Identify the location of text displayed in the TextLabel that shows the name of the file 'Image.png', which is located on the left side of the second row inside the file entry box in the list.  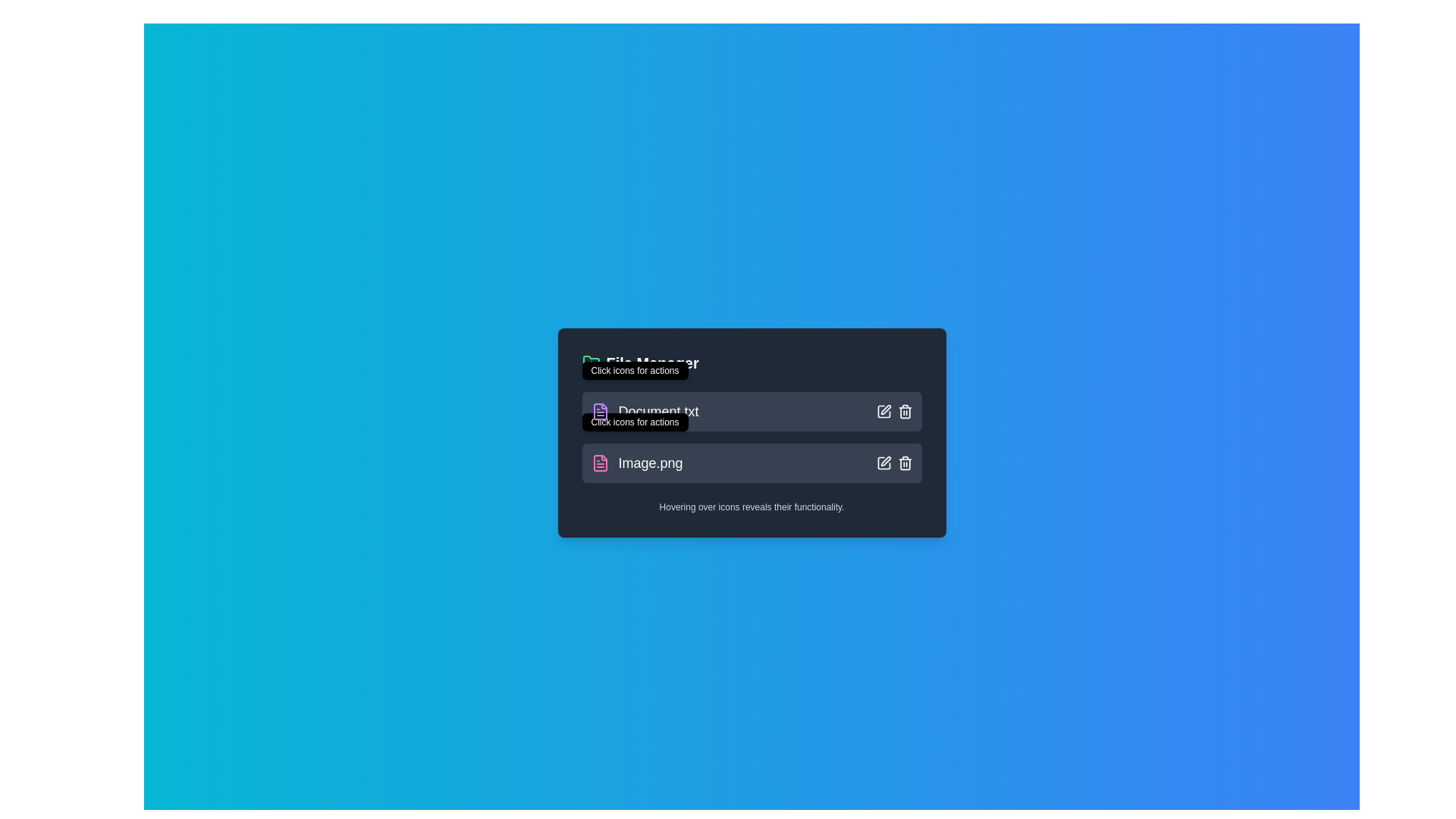
(651, 462).